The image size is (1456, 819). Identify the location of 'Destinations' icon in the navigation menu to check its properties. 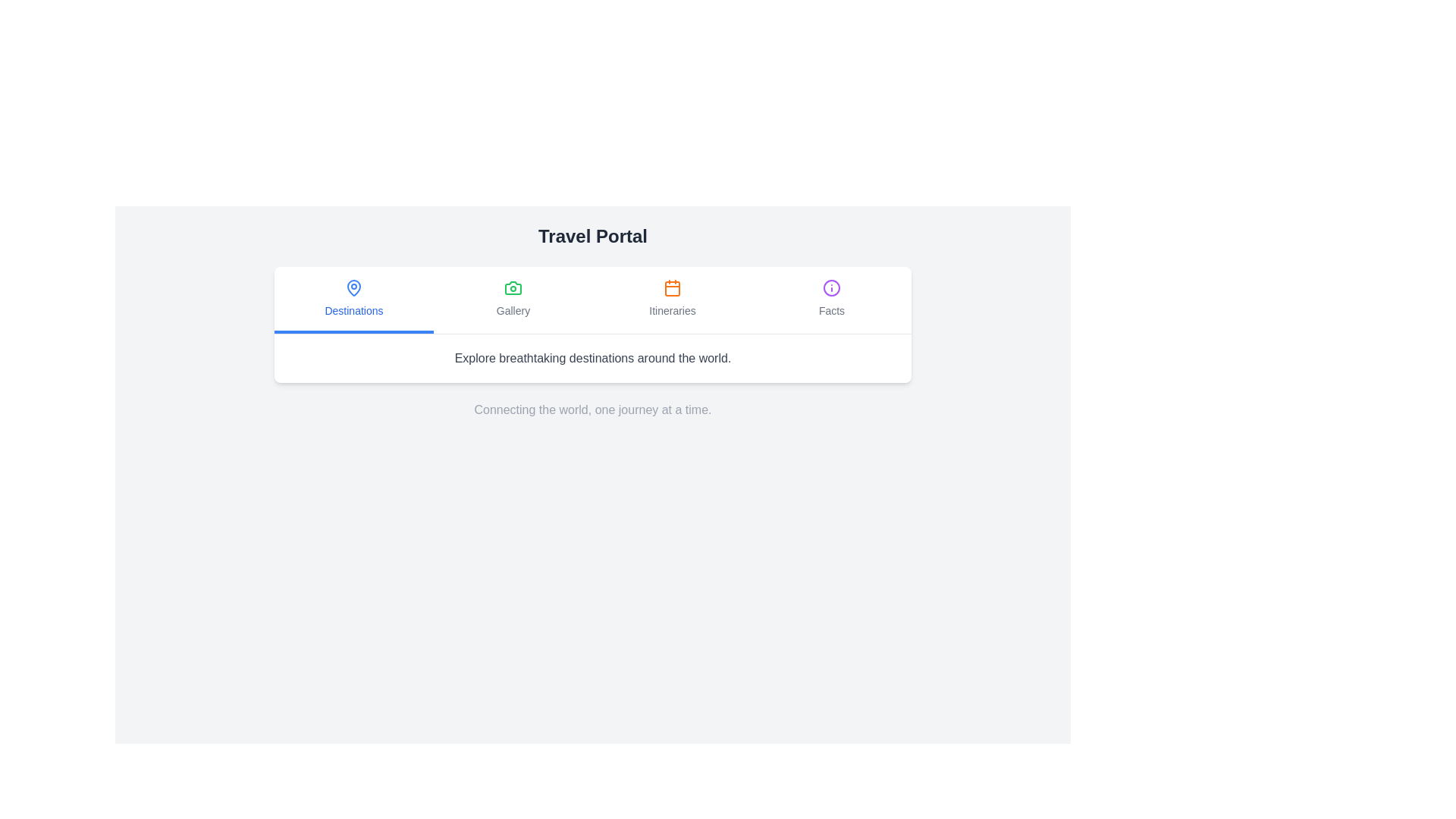
(353, 287).